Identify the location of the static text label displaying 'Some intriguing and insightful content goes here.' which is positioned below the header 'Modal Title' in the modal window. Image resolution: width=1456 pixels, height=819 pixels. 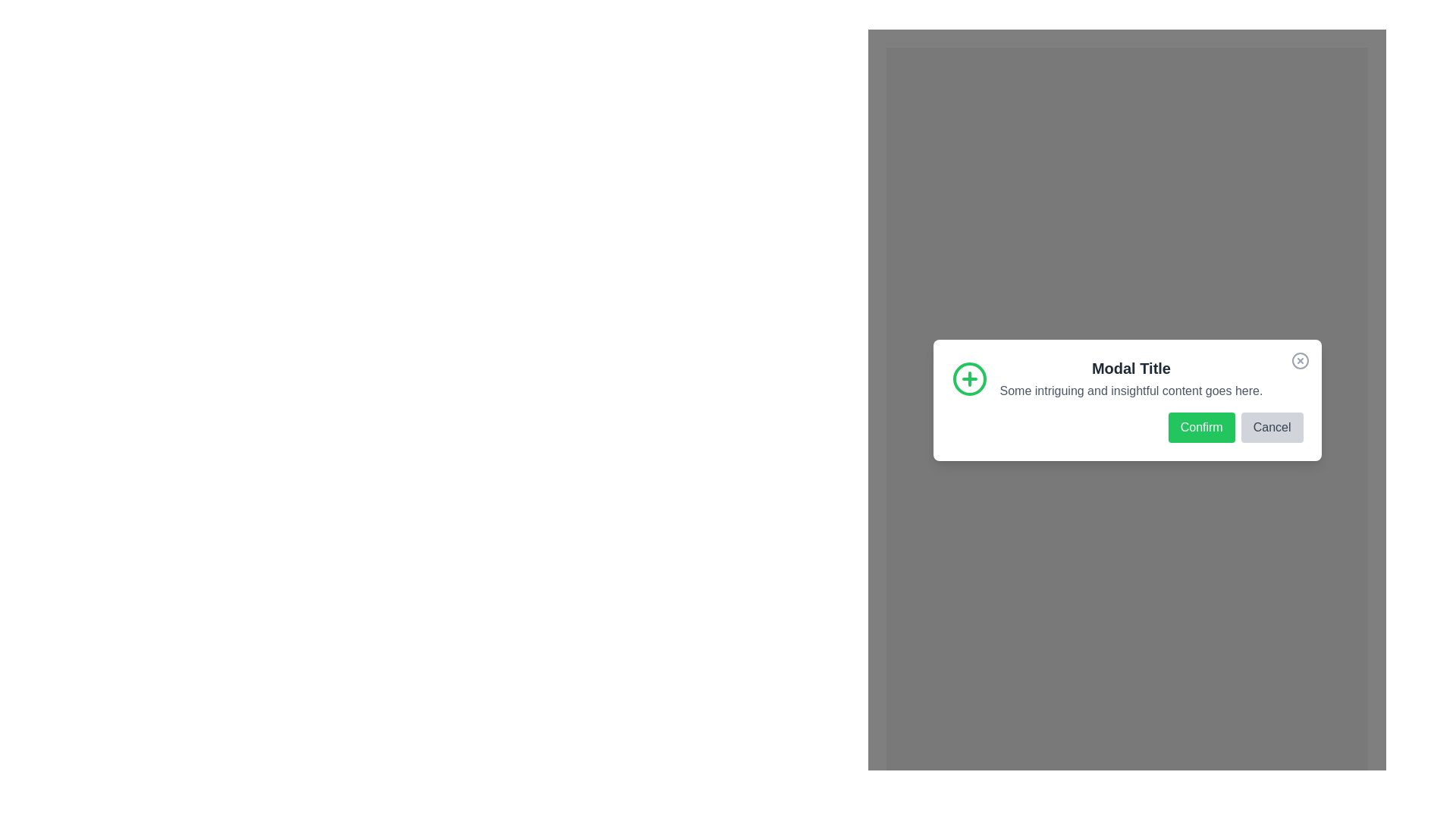
(1131, 390).